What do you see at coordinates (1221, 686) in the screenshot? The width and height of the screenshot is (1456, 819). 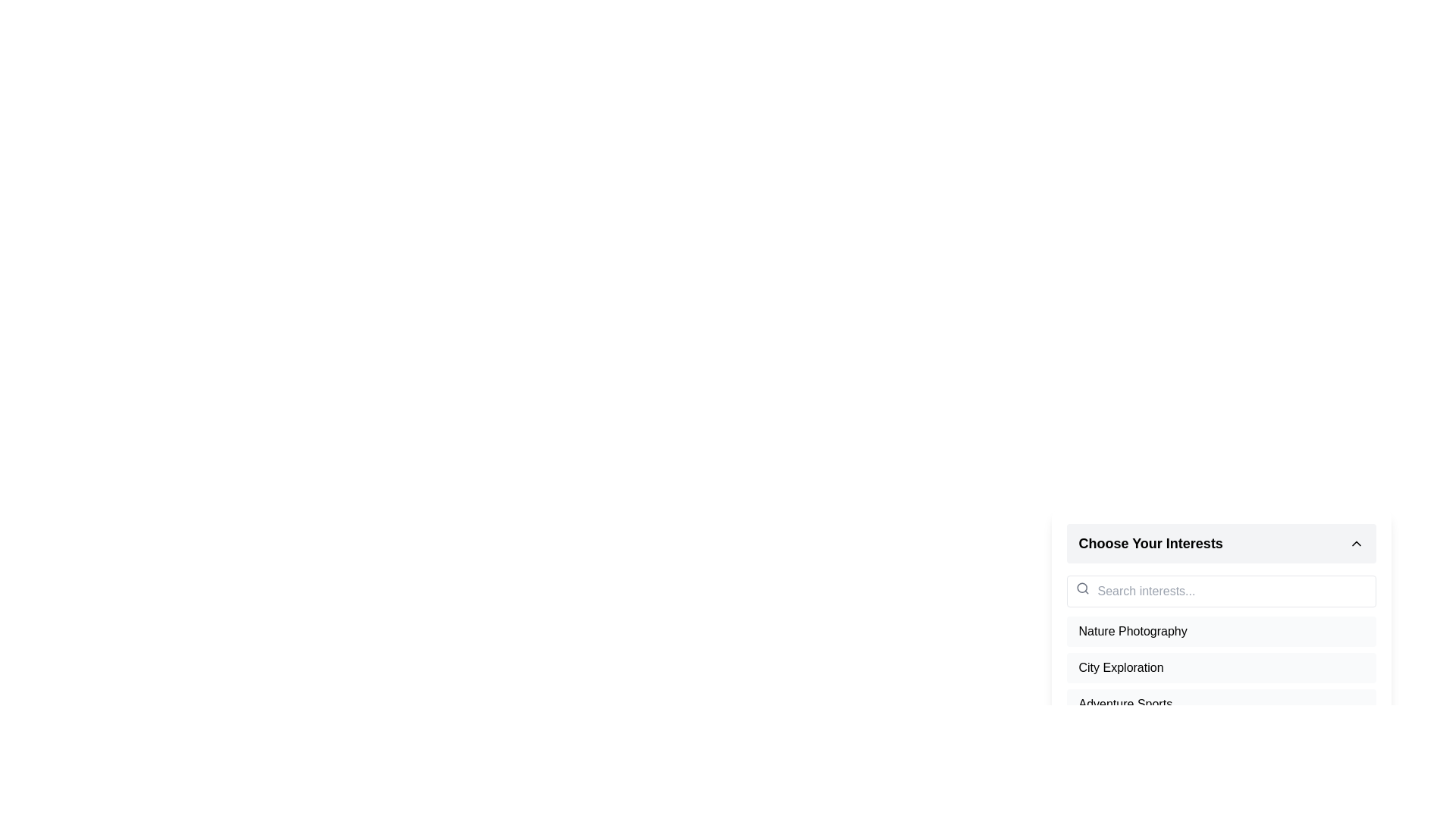 I see `the second item 'City Exploration' in the dropdown menu titled 'Choose Your Interests'` at bounding box center [1221, 686].